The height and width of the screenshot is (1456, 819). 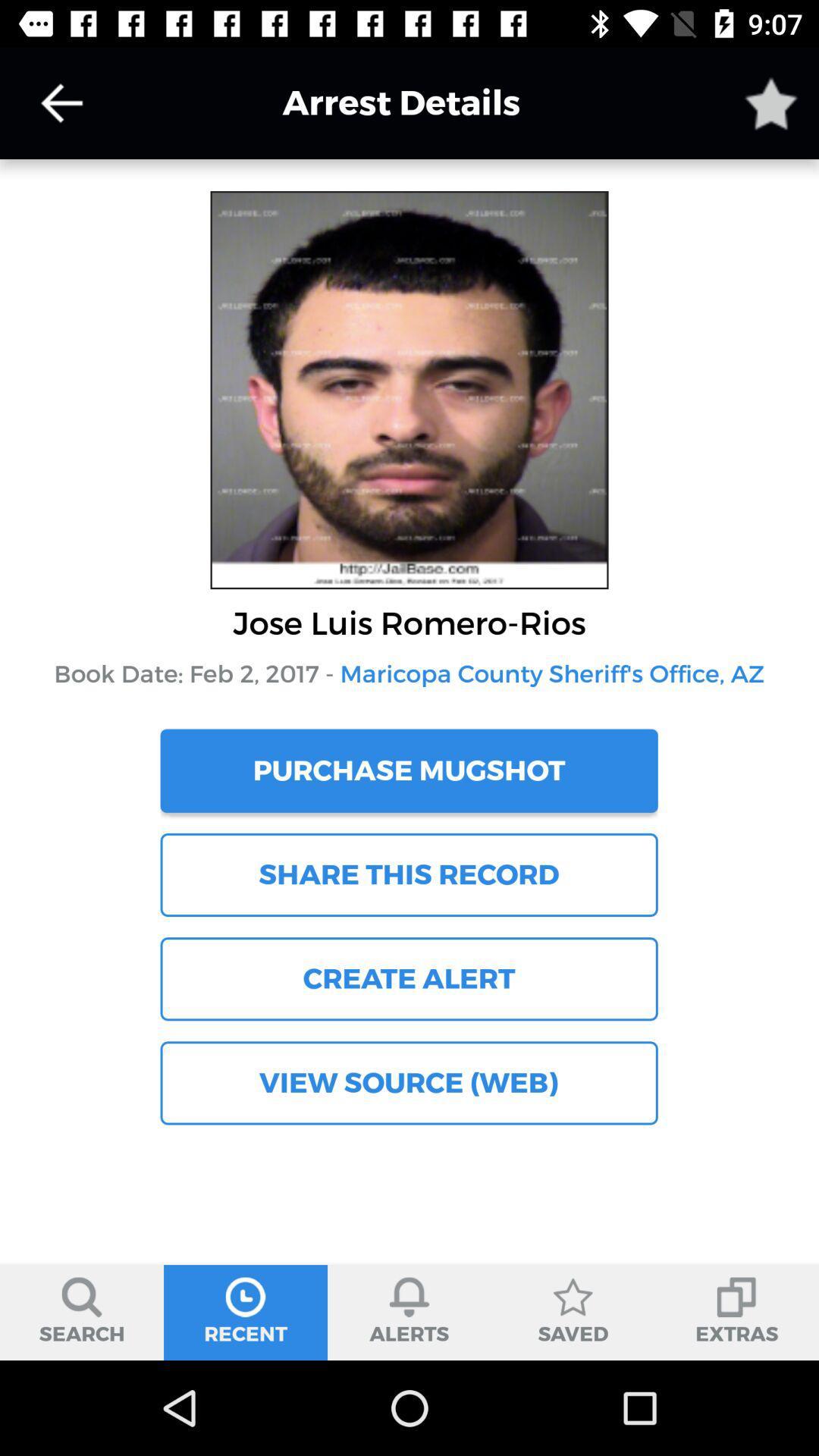 I want to click on previous, so click(x=61, y=102).